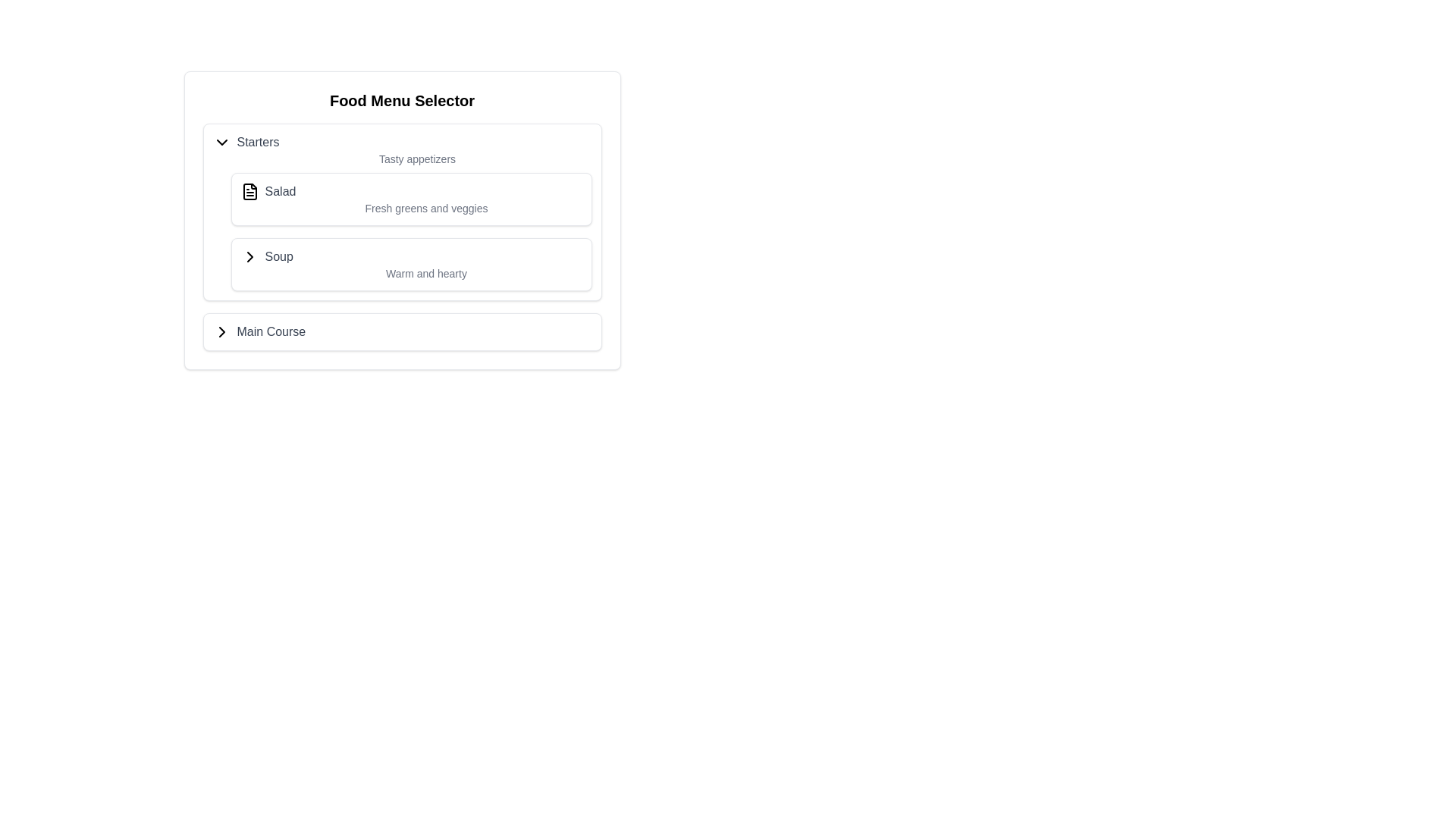 The height and width of the screenshot is (819, 1456). Describe the element at coordinates (411, 274) in the screenshot. I see `the informational text label that provides details about 'Soup'` at that location.